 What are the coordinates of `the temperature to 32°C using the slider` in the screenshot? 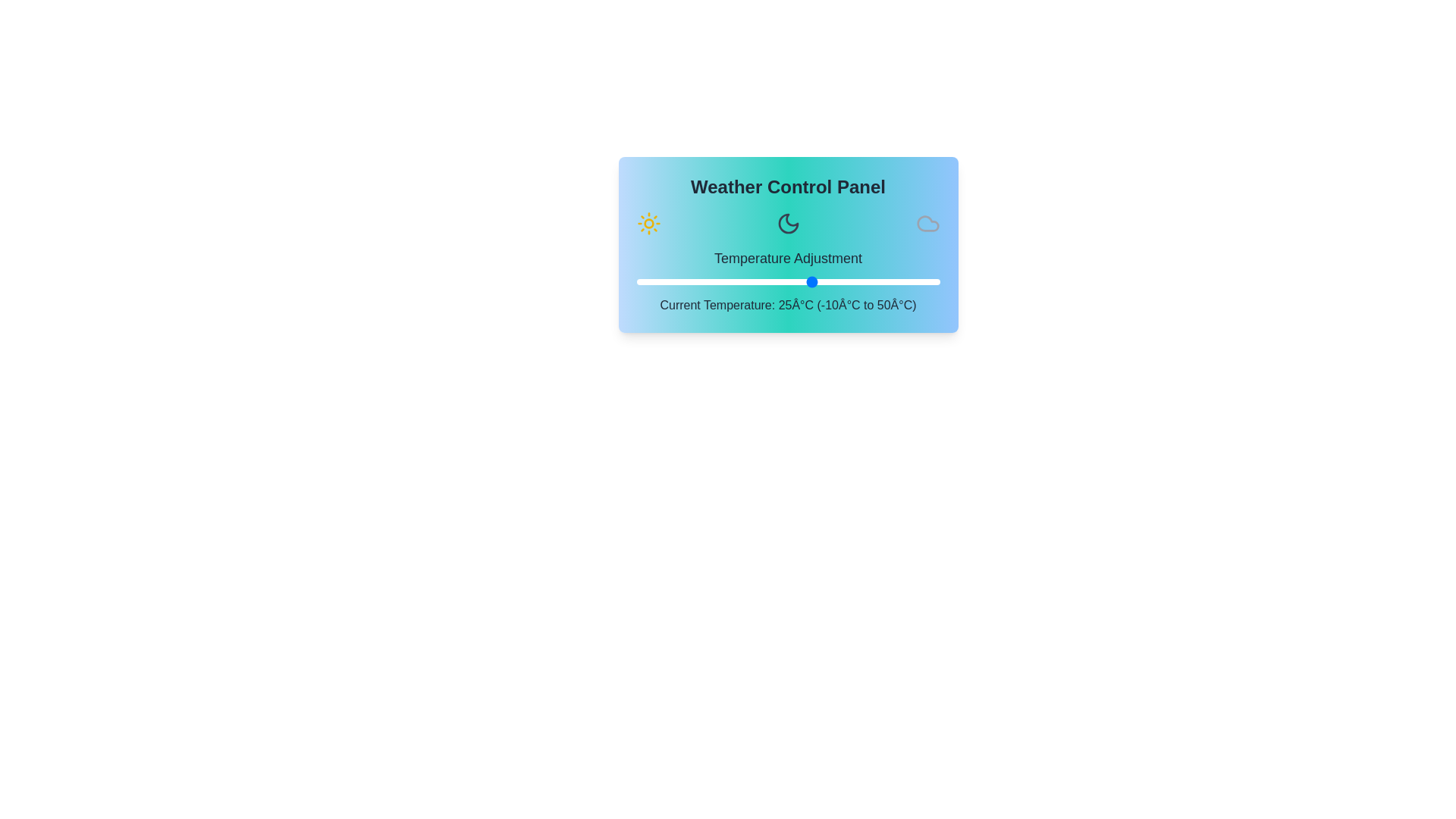 It's located at (848, 281).